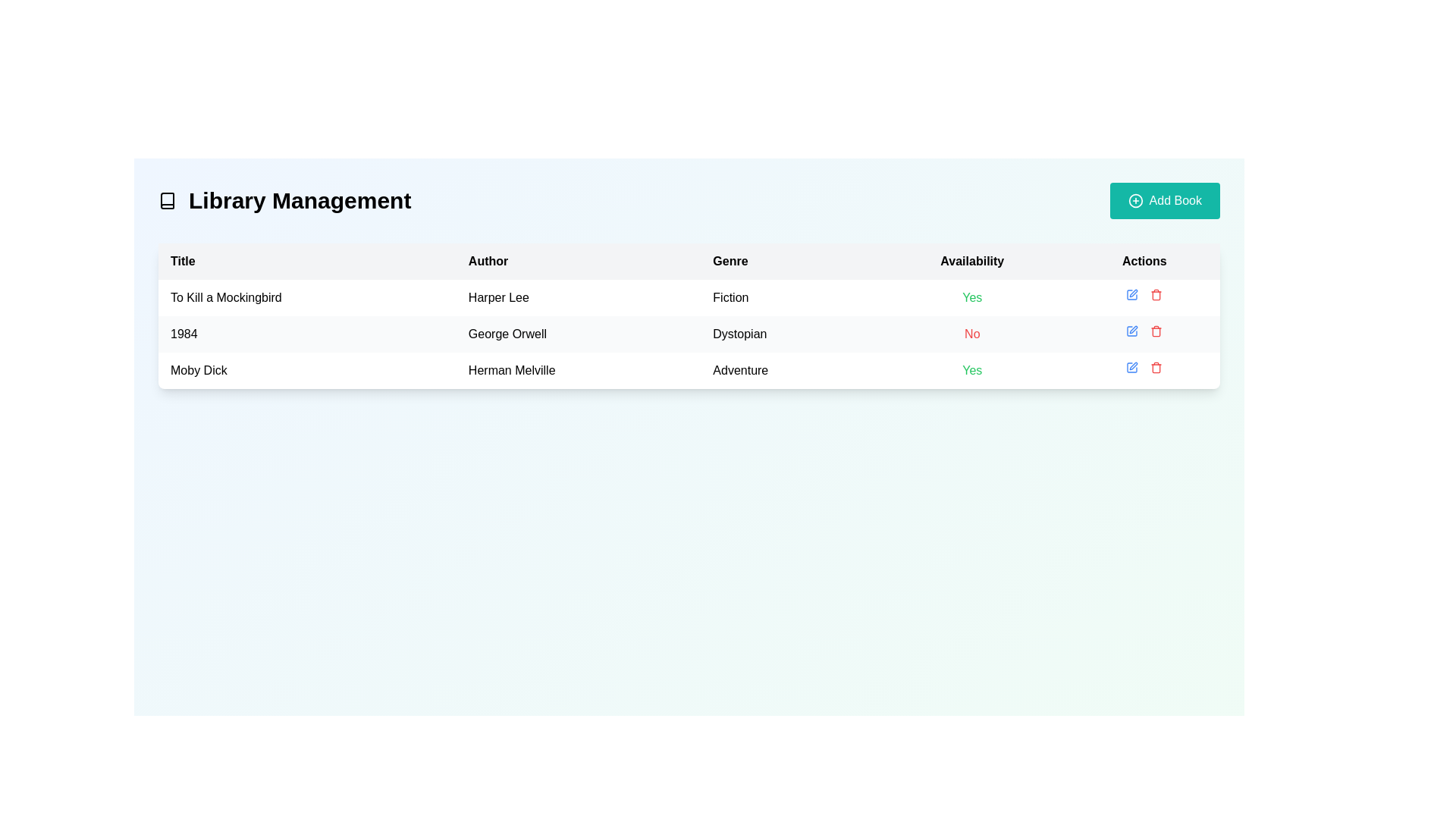  Describe the element at coordinates (1134, 366) in the screenshot. I see `the pen icon button located in the 'Actions' column of the third row for the entry 'Moby Dick'` at that location.